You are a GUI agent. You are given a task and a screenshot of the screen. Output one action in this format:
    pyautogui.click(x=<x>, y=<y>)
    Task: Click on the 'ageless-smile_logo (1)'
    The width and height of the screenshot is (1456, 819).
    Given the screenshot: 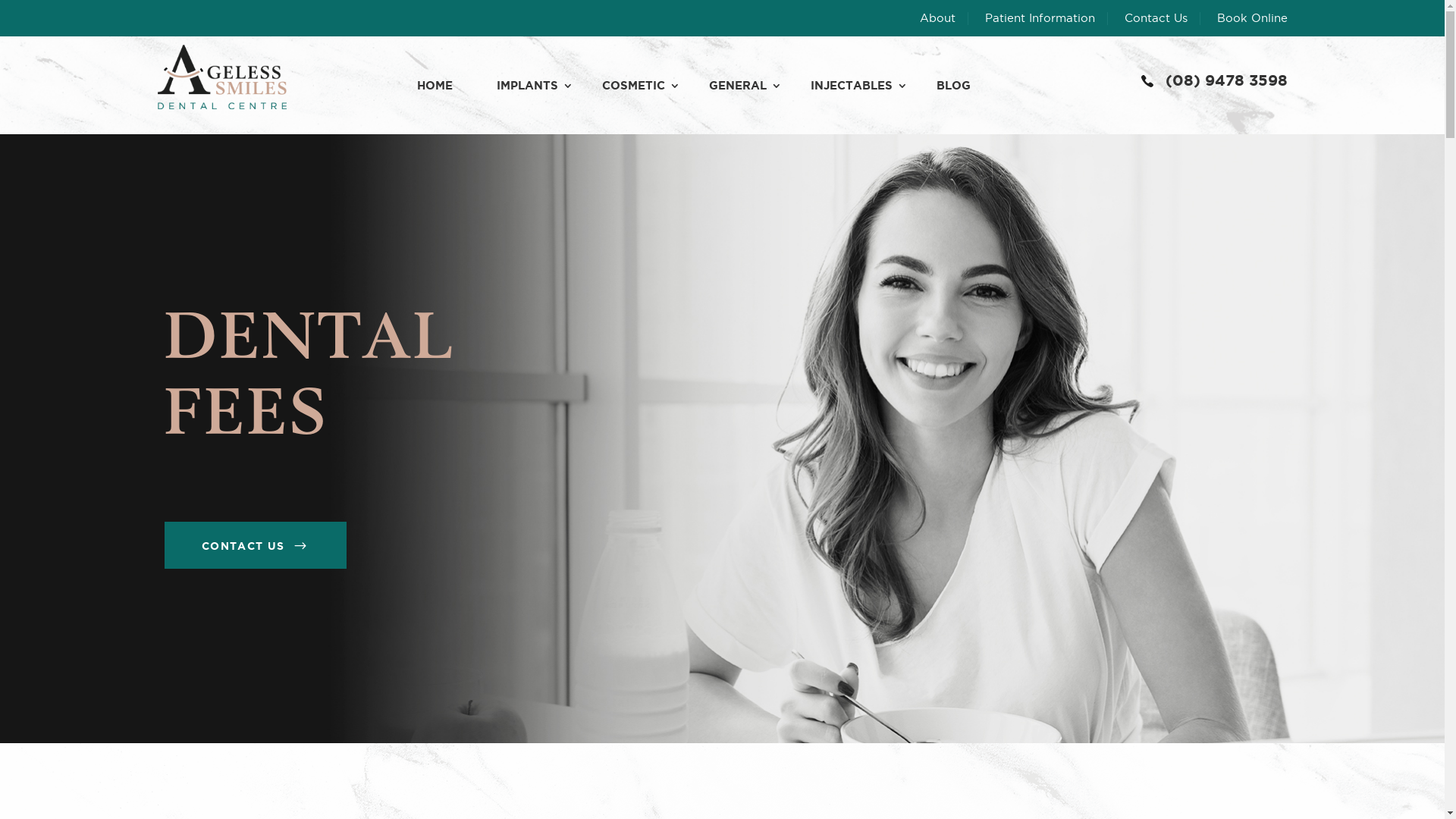 What is the action you would take?
    pyautogui.click(x=221, y=77)
    